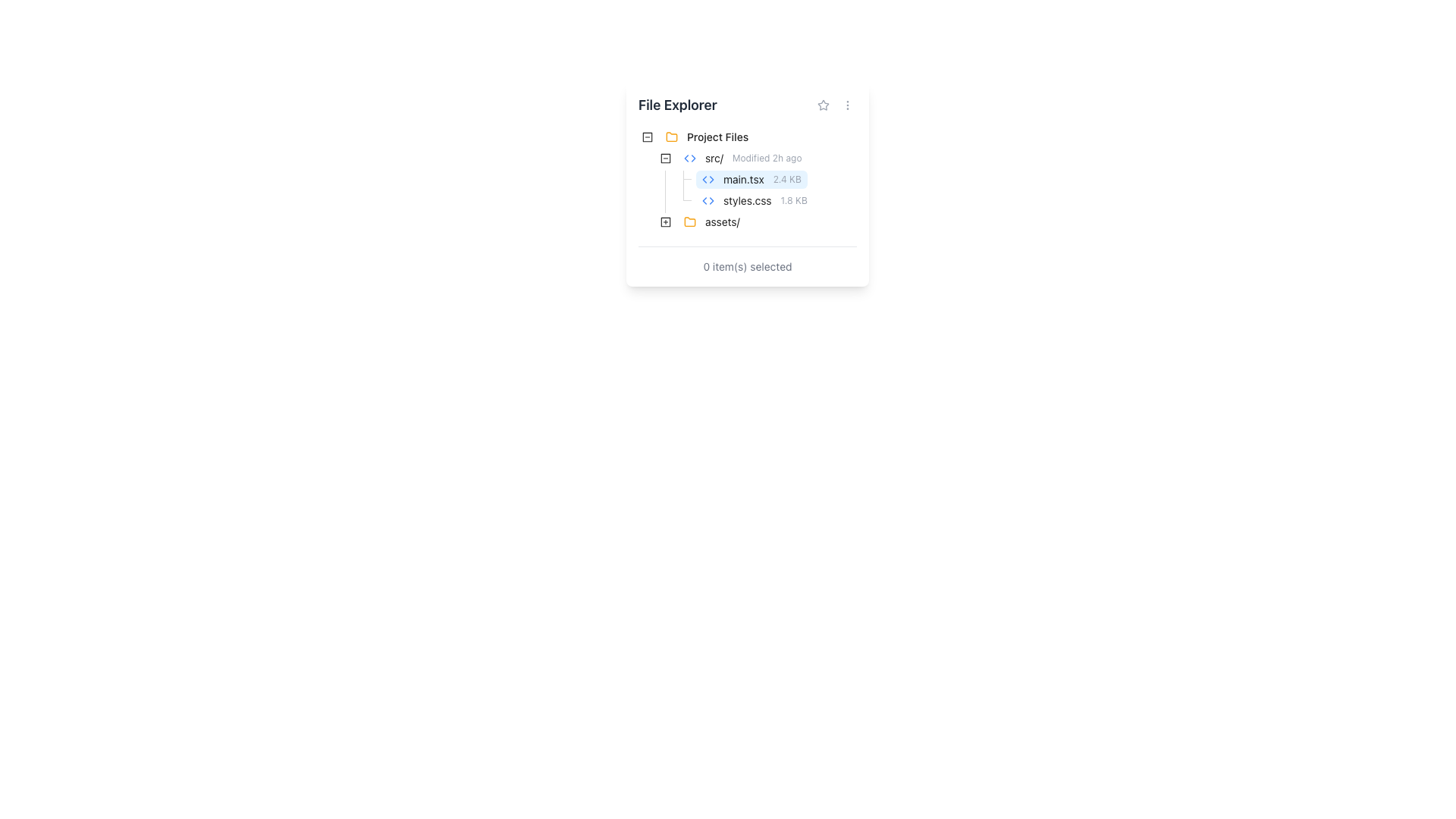  I want to click on on the 'styles.css' file entry in the file explorer, which is the second item under the 'src/' folder, visually represented by a blue icon and displaying the filename and size, so click(755, 200).